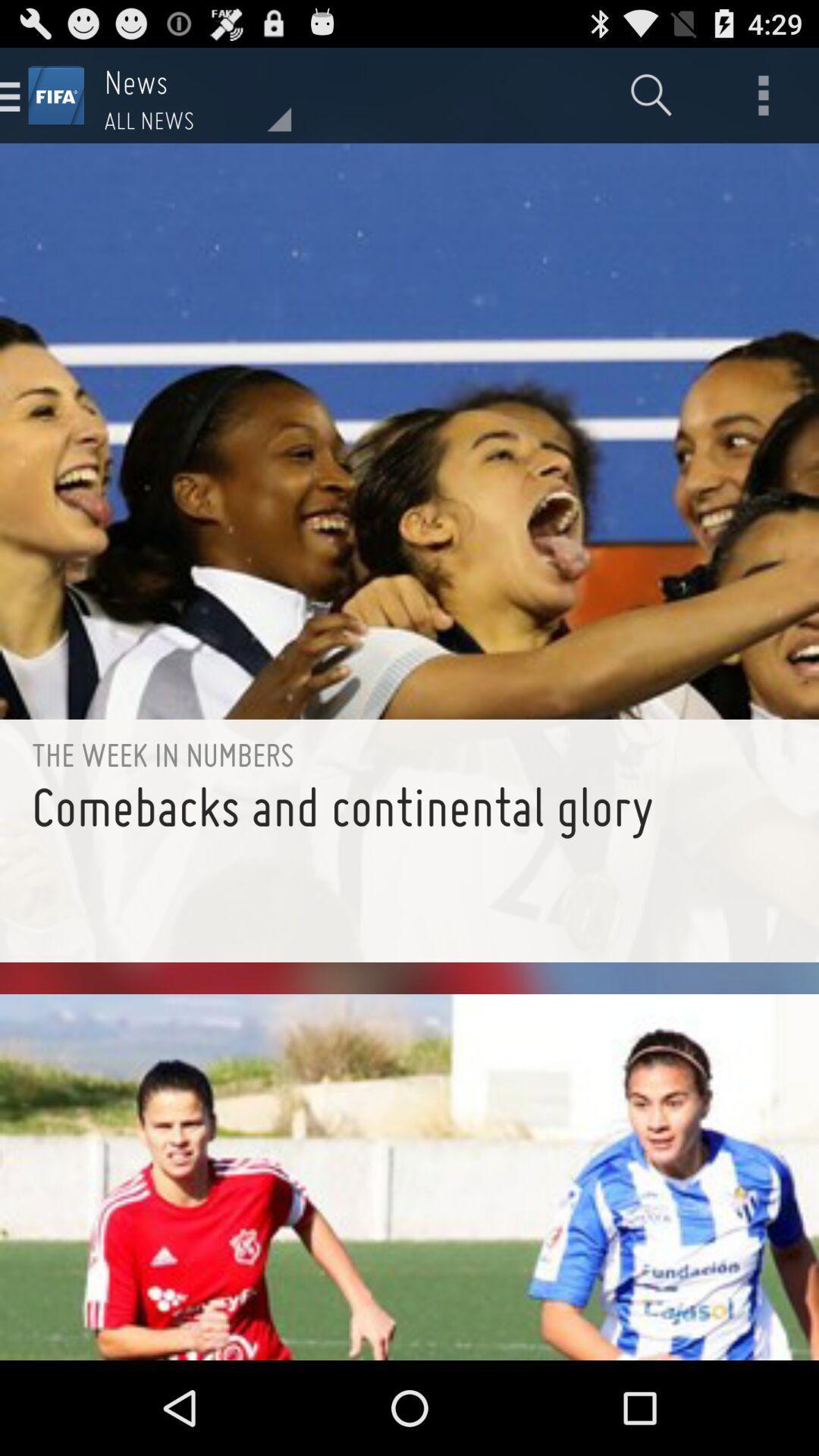 Image resolution: width=819 pixels, height=1456 pixels. Describe the element at coordinates (651, 94) in the screenshot. I see `item next to the all news item` at that location.